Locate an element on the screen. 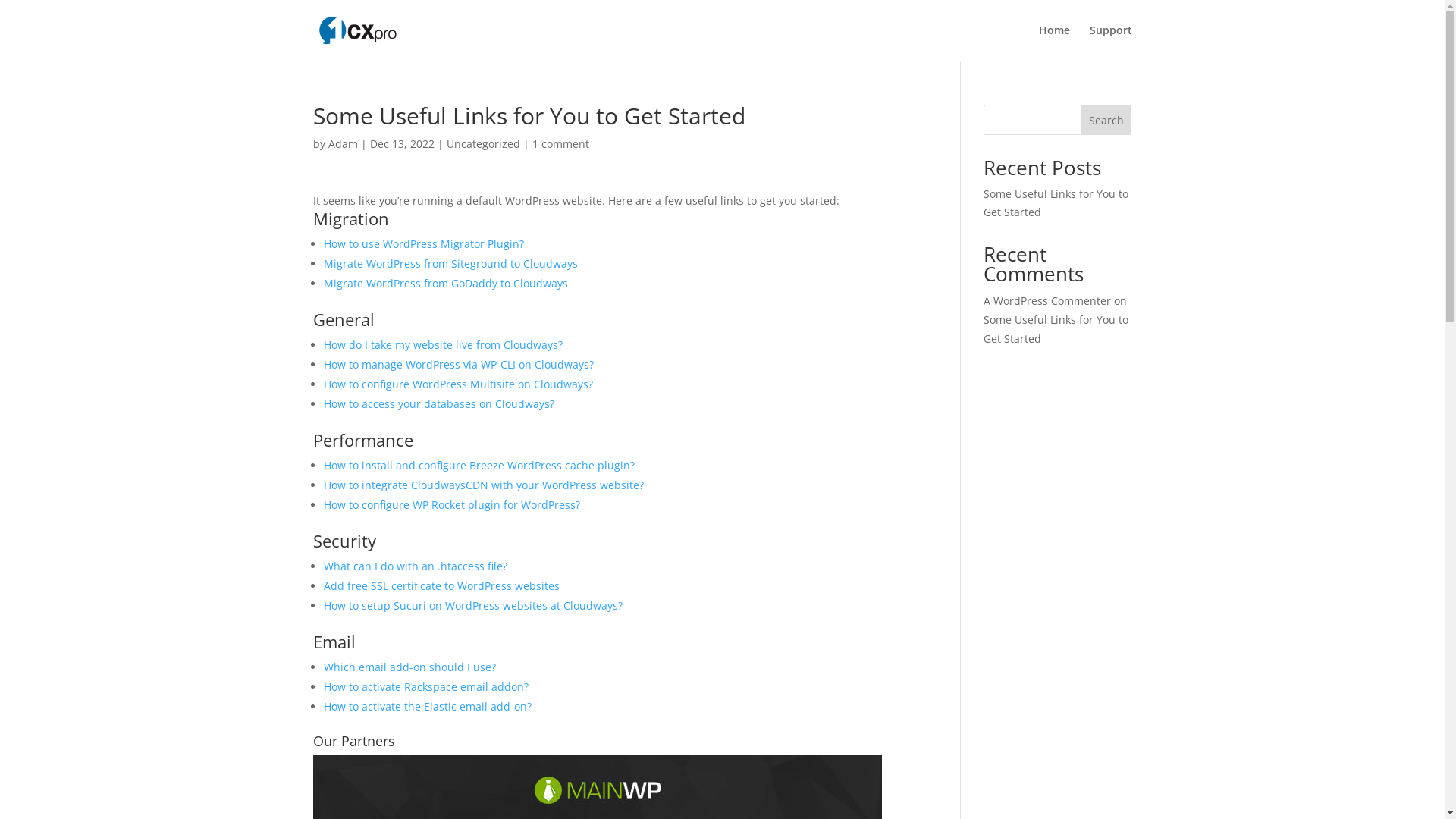 This screenshot has width=1456, height=819. 'How to install and configure Breeze WordPress cache plugin?' is located at coordinates (477, 464).